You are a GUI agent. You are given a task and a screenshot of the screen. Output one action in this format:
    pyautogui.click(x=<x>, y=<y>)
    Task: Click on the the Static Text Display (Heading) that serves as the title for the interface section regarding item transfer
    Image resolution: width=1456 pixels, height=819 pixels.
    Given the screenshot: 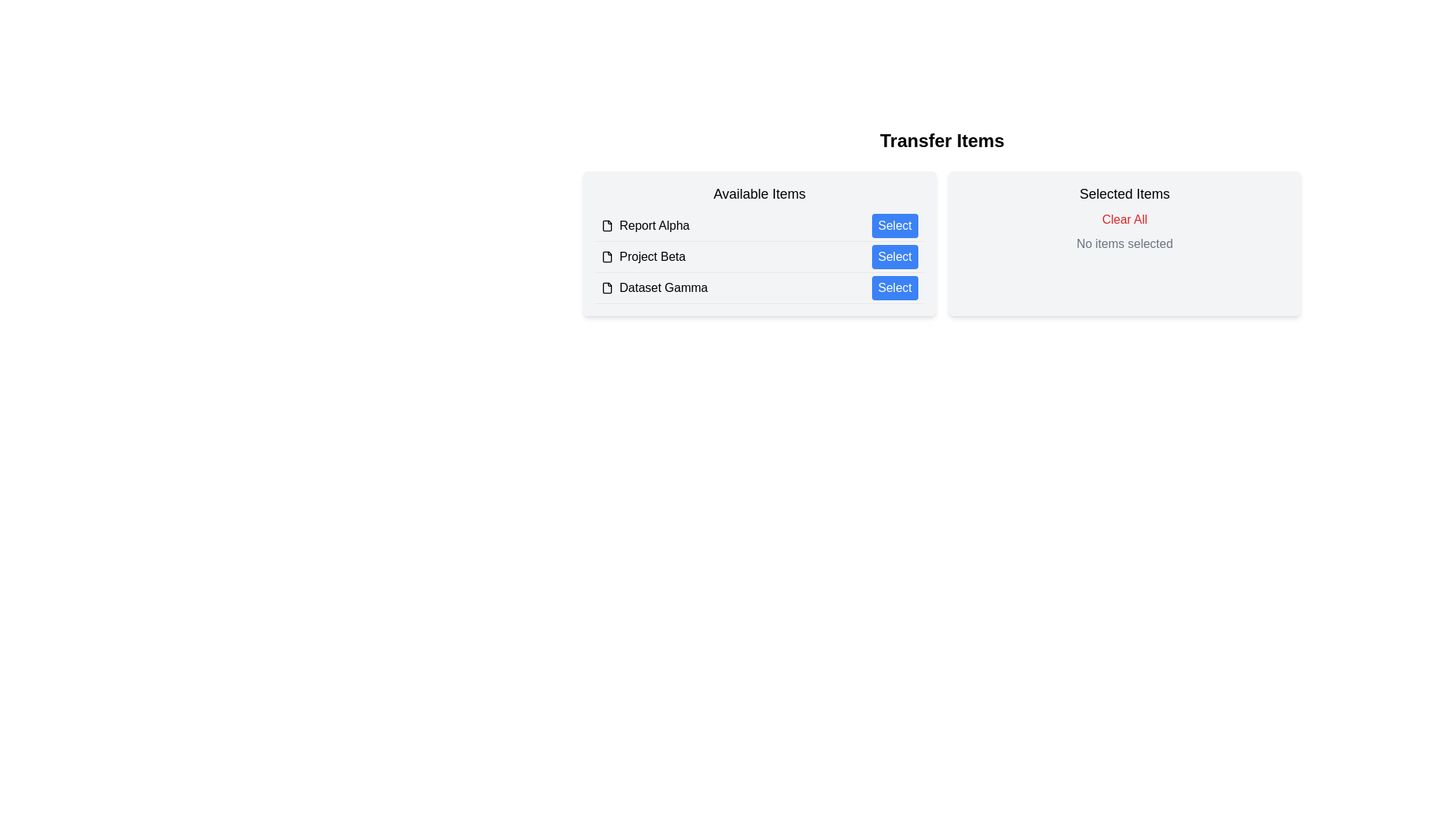 What is the action you would take?
    pyautogui.click(x=941, y=140)
    